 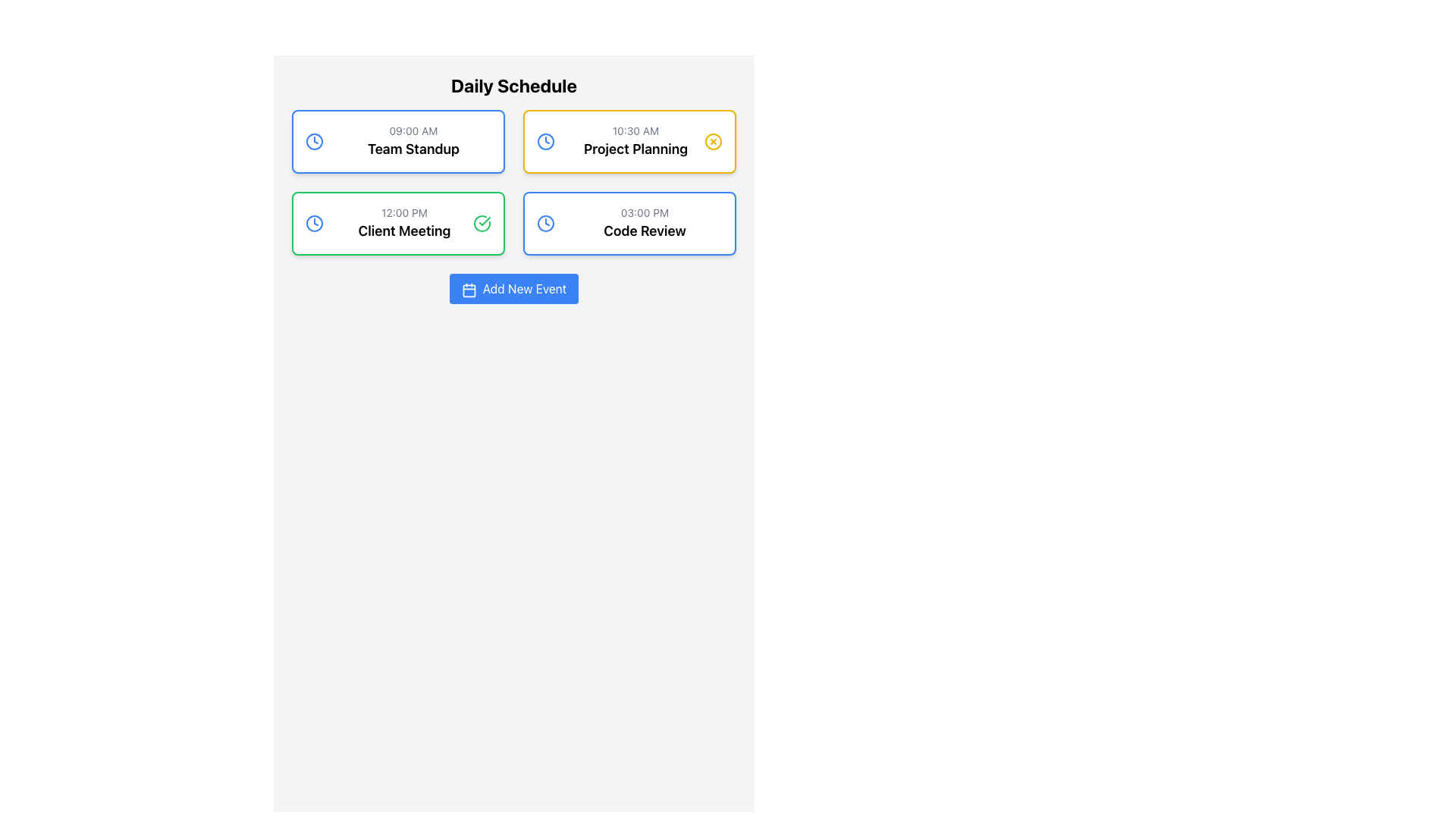 I want to click on the text block displaying 'Code Review' in a larger, bold font located in the bottom-right section of the grid layout, so click(x=645, y=223).